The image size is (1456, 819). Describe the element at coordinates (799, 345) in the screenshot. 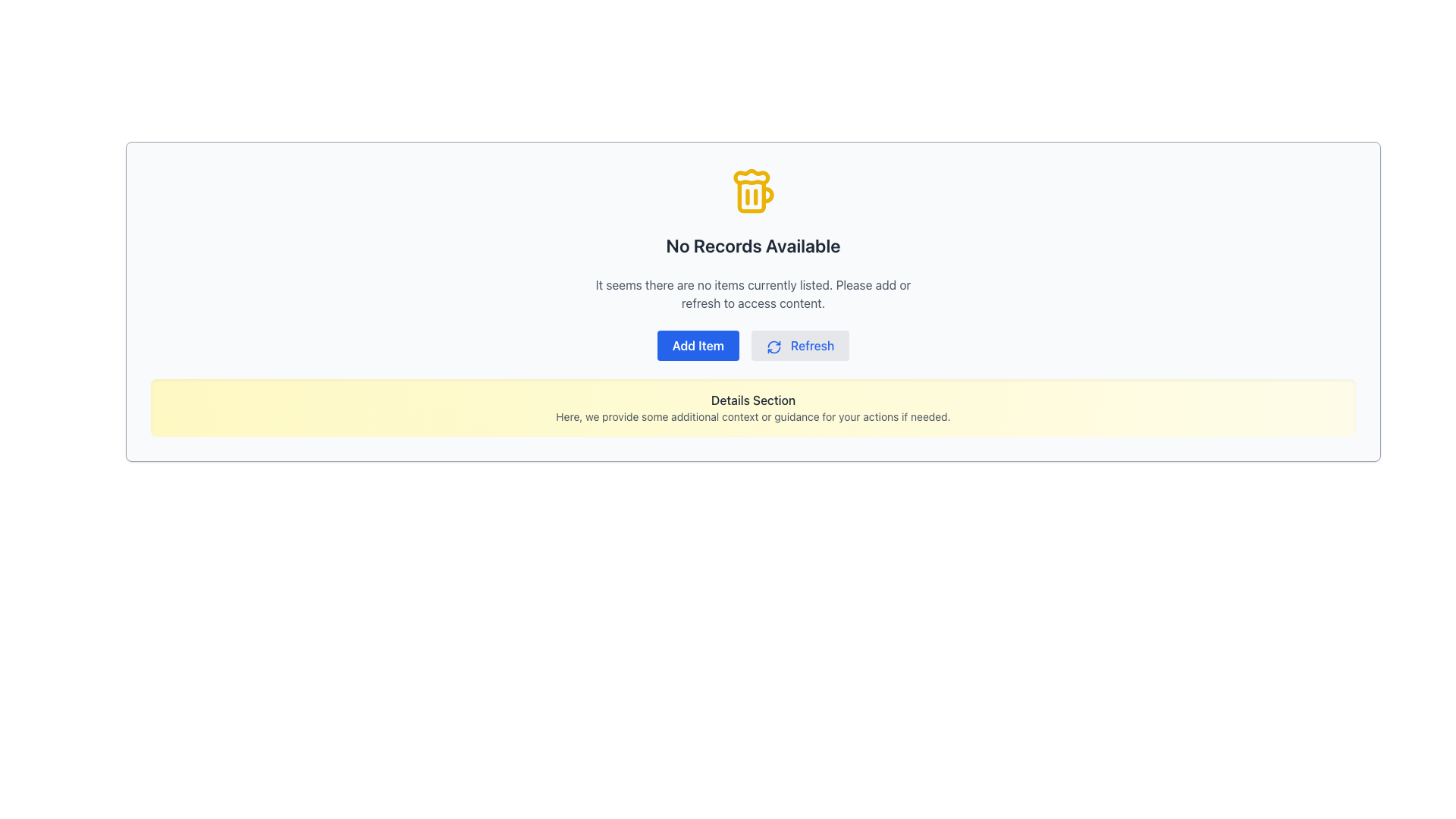

I see `the refresh button located to the right of the 'Add Item' button` at that location.